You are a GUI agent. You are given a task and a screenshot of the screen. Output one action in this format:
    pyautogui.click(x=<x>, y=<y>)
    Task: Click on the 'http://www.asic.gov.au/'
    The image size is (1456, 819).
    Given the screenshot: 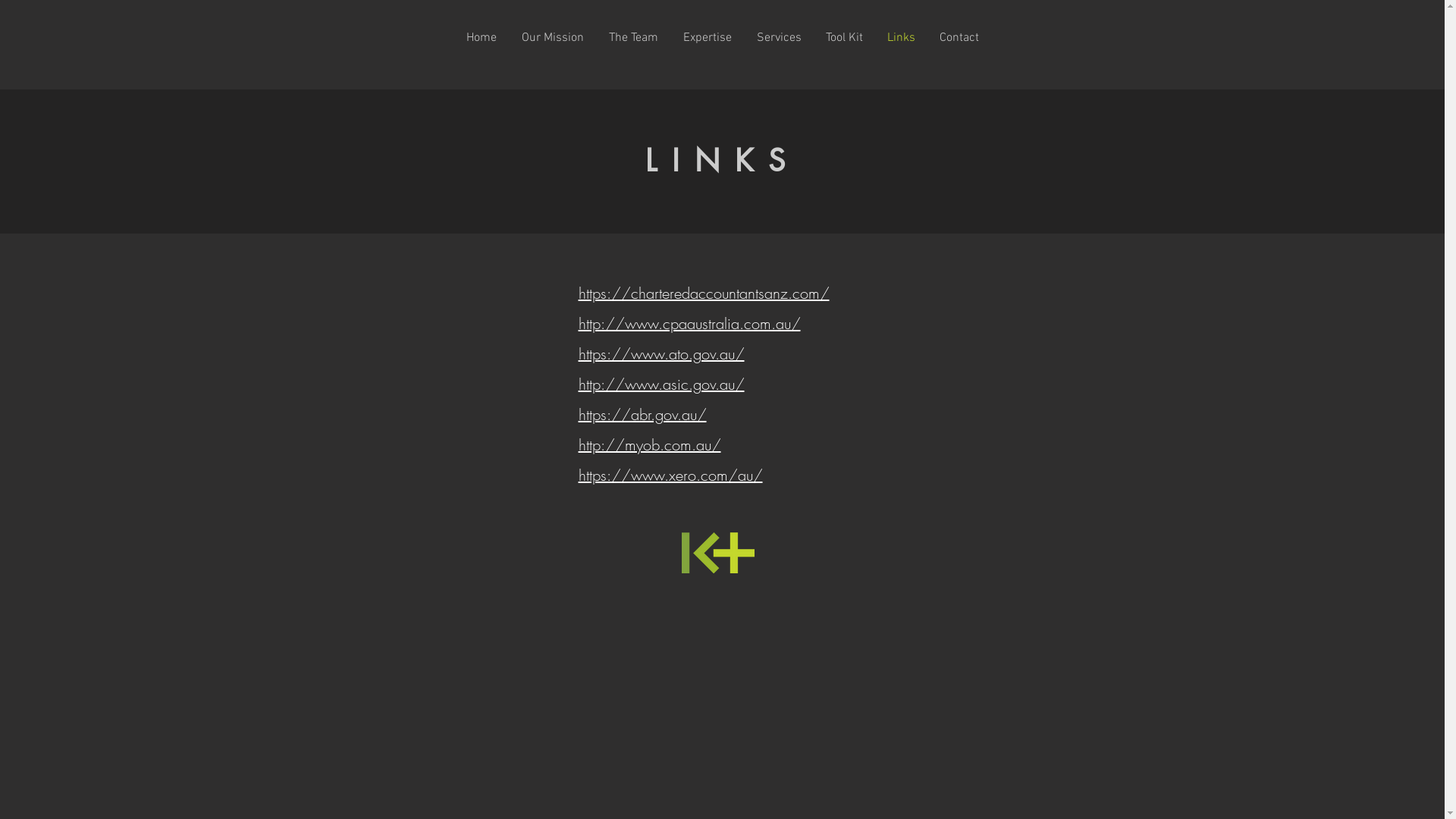 What is the action you would take?
    pyautogui.click(x=661, y=383)
    